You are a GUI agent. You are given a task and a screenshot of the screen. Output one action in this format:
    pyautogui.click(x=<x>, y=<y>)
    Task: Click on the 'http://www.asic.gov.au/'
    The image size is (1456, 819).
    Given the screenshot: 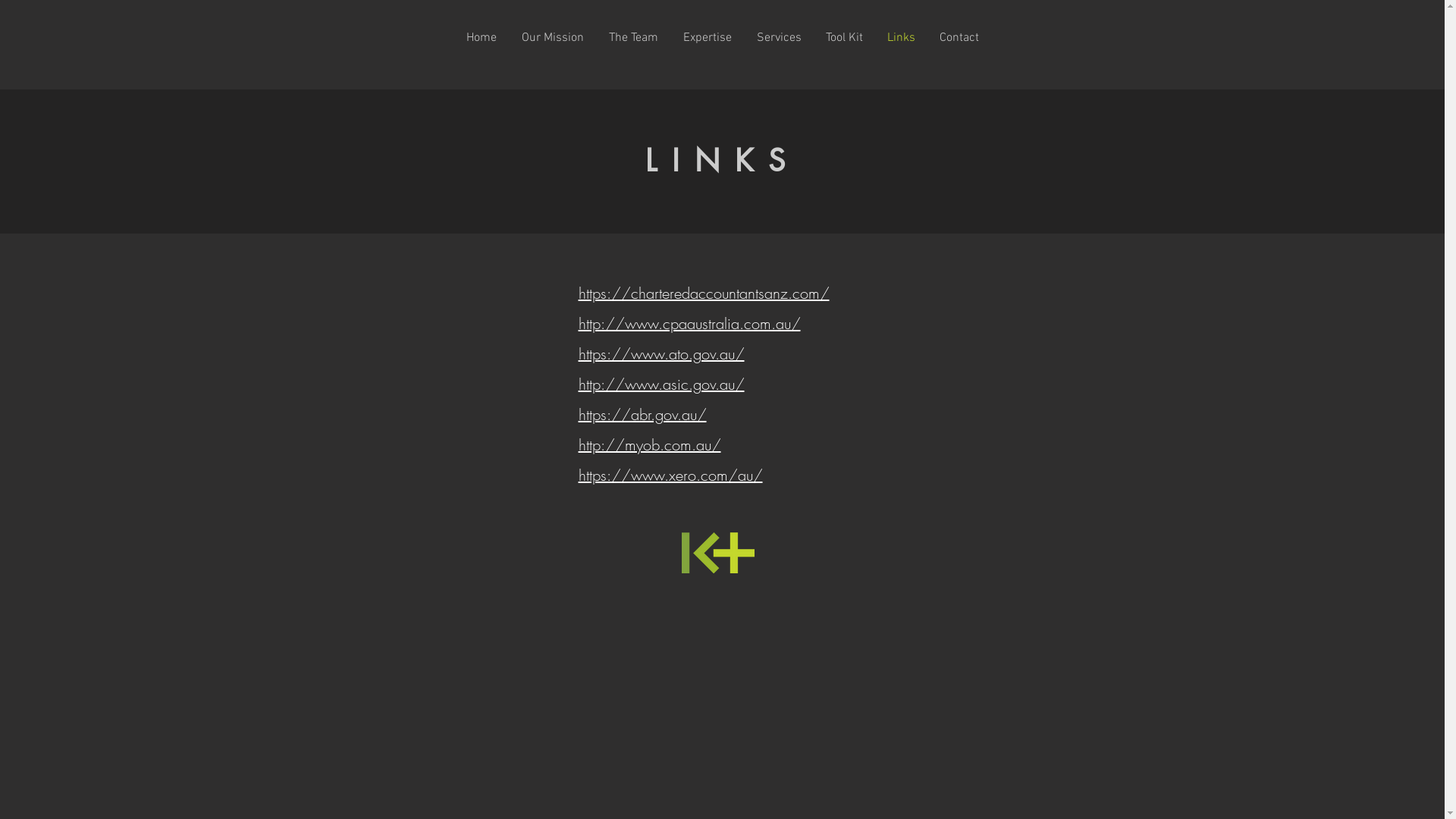 What is the action you would take?
    pyautogui.click(x=661, y=383)
    